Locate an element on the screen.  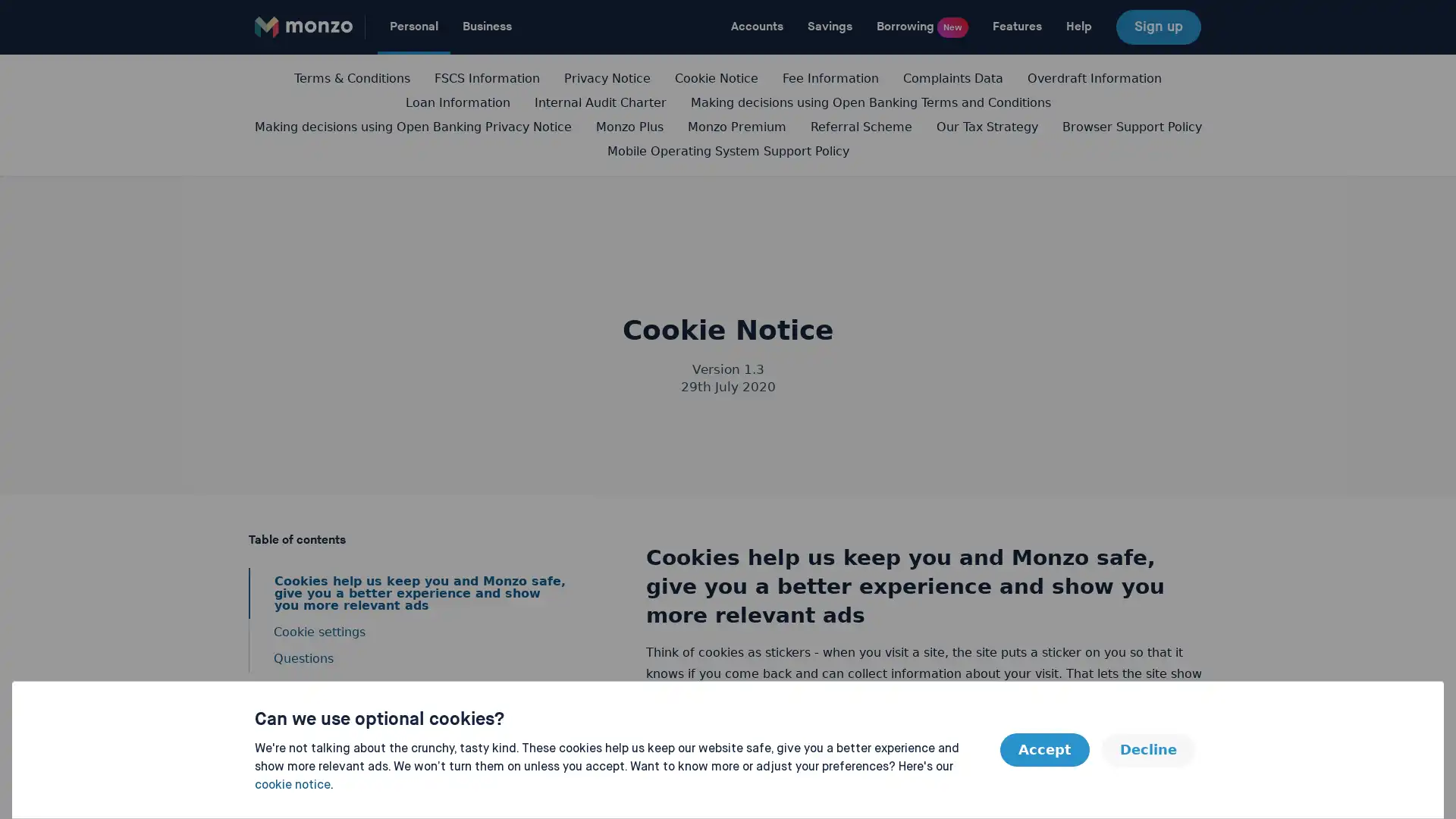
Accept is located at coordinates (1043, 748).